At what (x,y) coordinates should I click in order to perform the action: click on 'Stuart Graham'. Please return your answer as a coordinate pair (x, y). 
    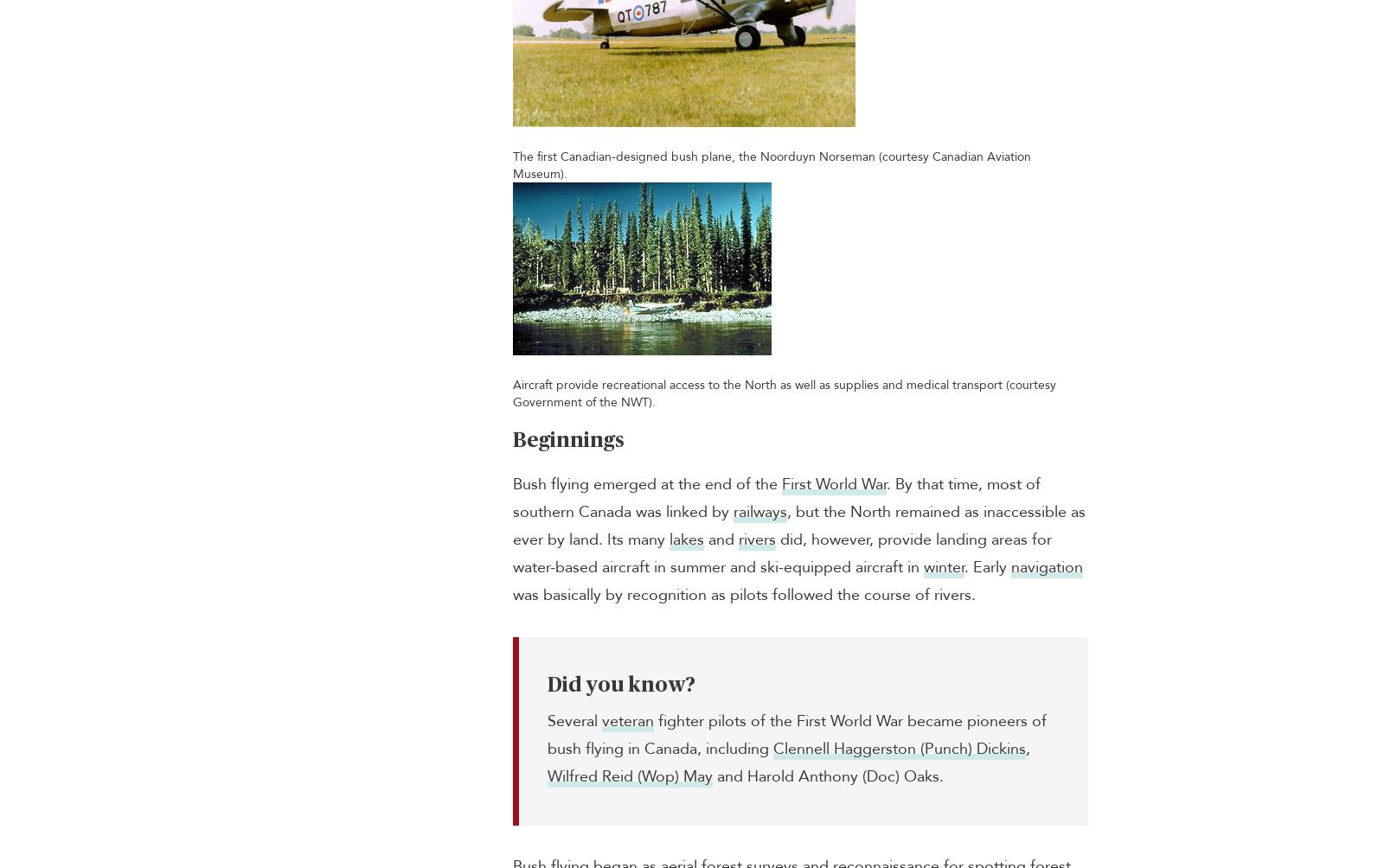
    Looking at the image, I should click on (1244, 26).